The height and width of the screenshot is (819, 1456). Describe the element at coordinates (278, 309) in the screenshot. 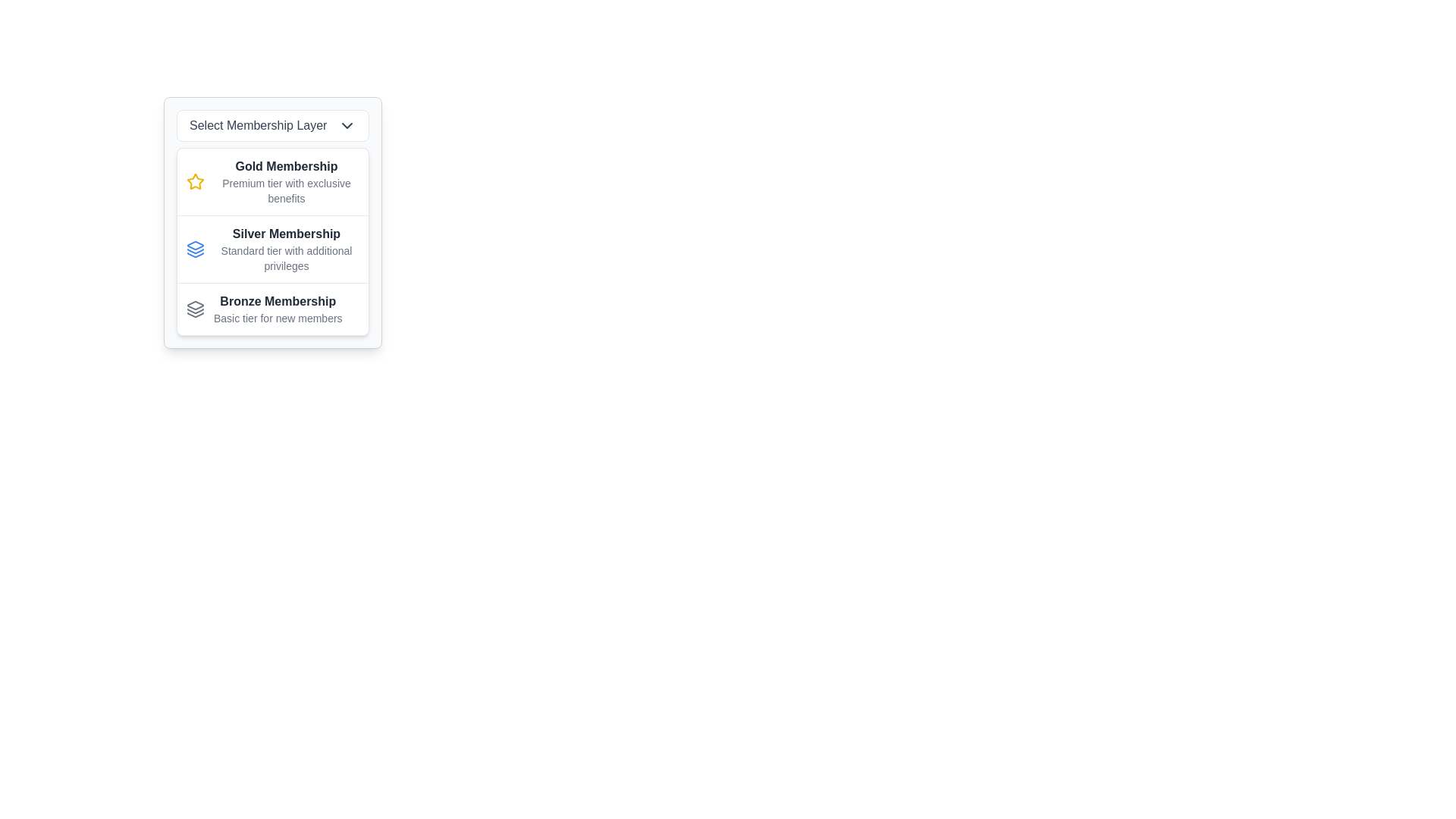

I see `the 'Bronze Membership' text block, which is the last item in the list under 'Select Membership Layer'. This text block features bold, dark gray font for the title and a smaller, lighter gray font for the description` at that location.